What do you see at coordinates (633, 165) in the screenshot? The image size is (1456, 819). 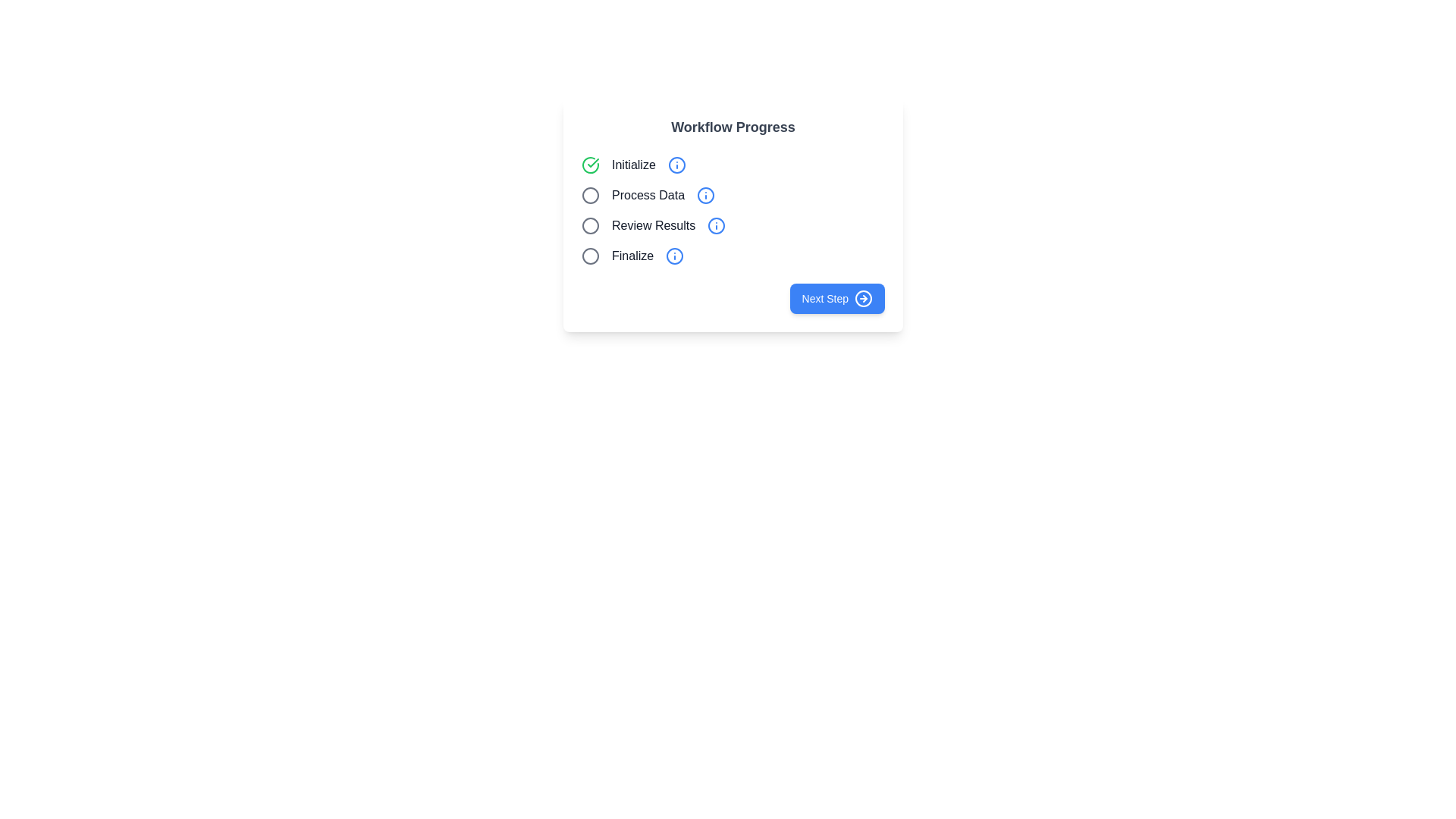 I see `text label indicating the first step in the workflow, positioned to the right of a green checkmark and to the left of a blue info icon` at bounding box center [633, 165].